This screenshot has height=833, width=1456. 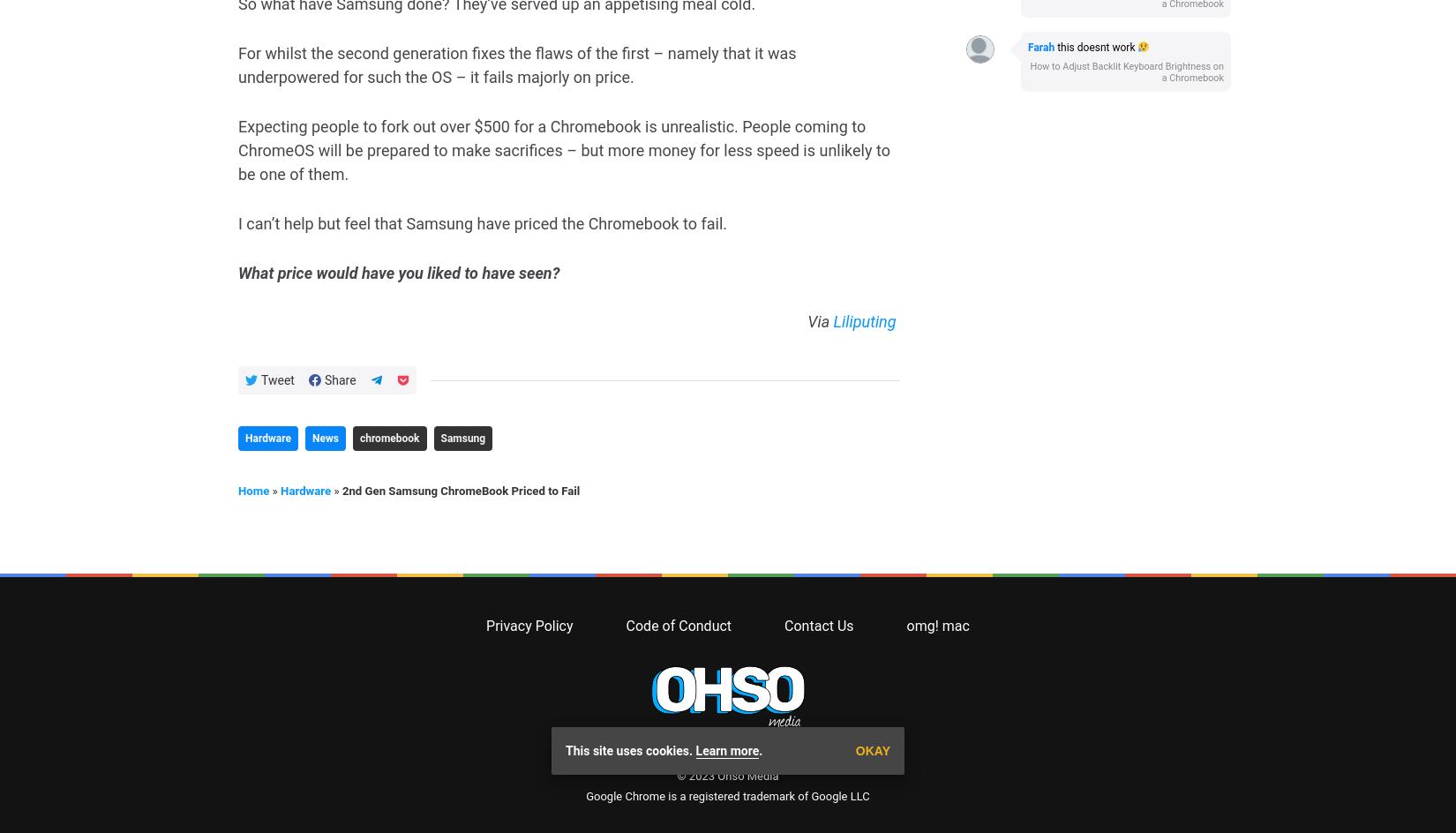 I want to click on '© 2023', so click(x=696, y=85).